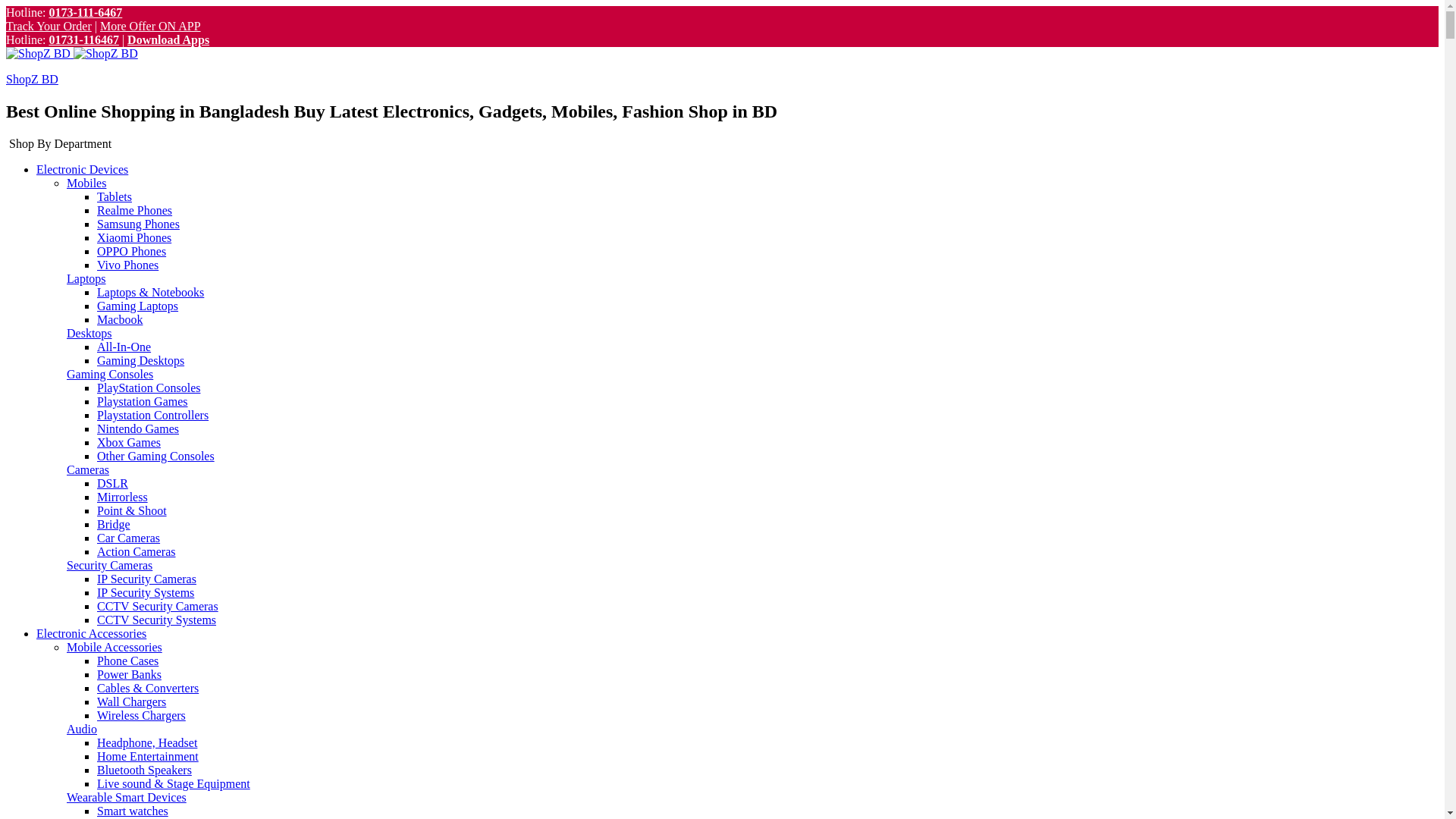 The width and height of the screenshot is (1456, 819). Describe the element at coordinates (96, 523) in the screenshot. I see `'Bridge'` at that location.